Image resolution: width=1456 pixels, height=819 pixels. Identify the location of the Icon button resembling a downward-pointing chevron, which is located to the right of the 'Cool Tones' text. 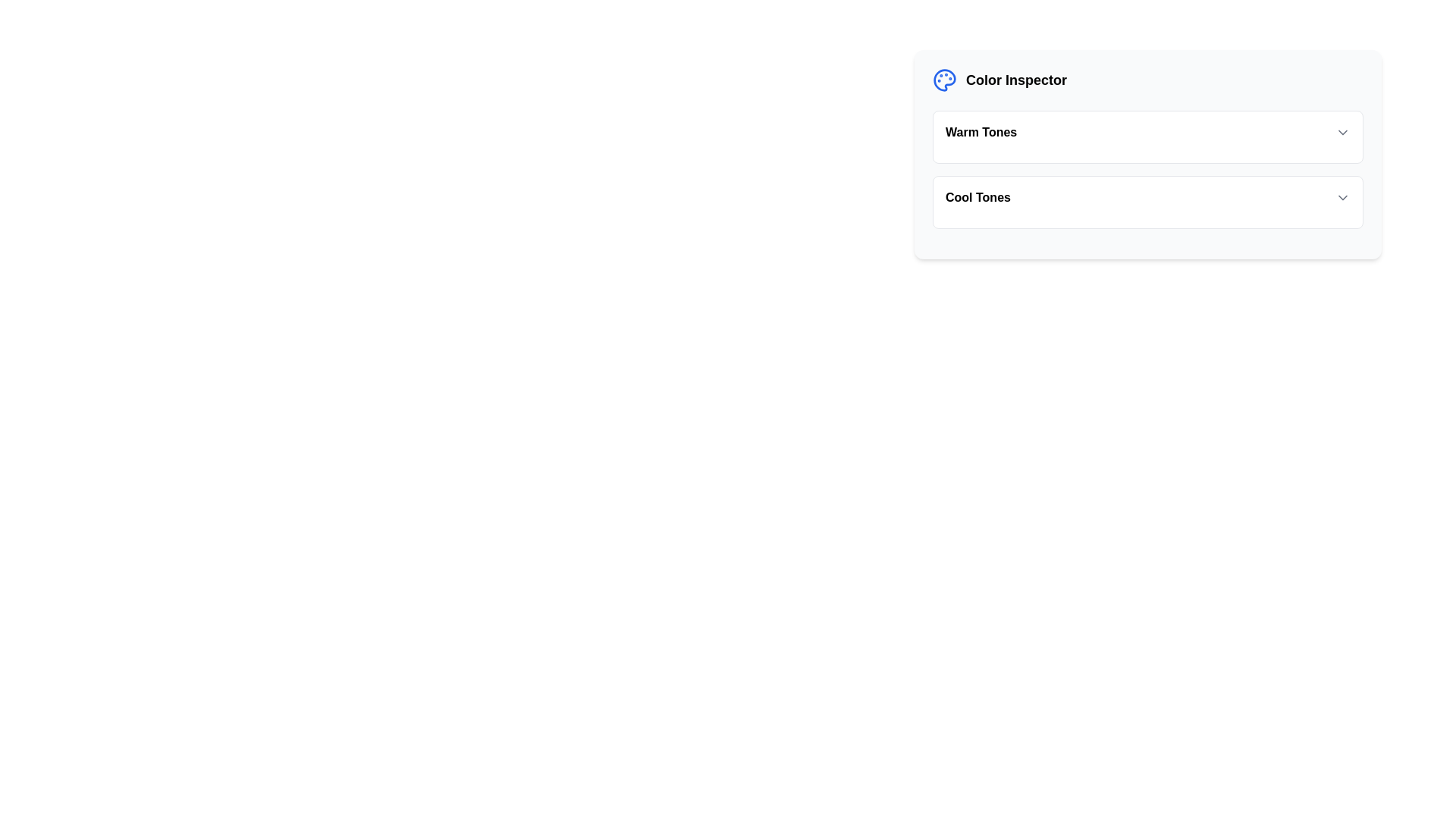
(1343, 197).